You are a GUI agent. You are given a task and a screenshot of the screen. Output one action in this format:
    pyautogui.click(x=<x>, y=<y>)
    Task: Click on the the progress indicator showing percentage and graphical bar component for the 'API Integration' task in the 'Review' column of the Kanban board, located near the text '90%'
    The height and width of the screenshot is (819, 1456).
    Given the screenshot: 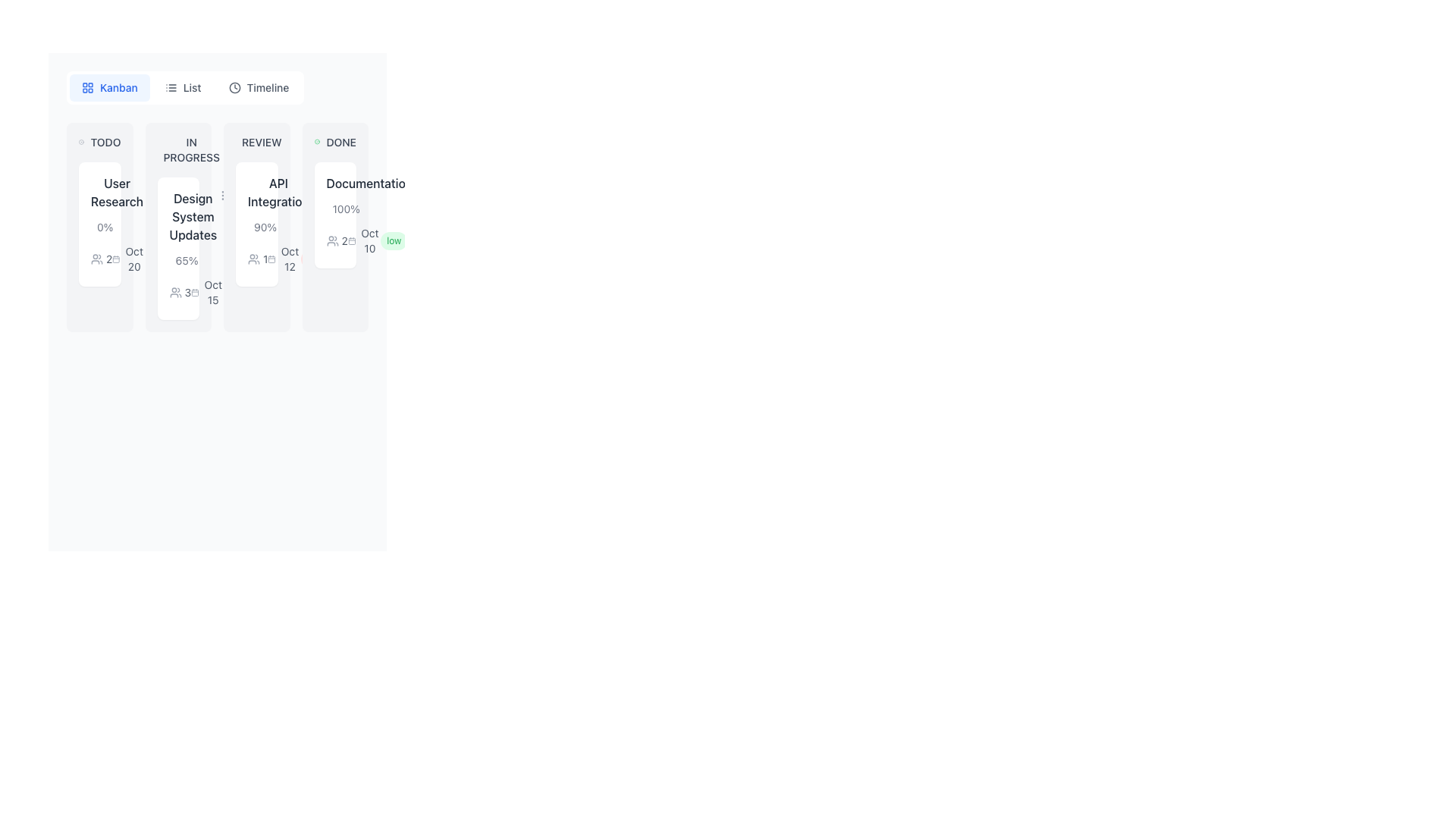 What is the action you would take?
    pyautogui.click(x=256, y=227)
    